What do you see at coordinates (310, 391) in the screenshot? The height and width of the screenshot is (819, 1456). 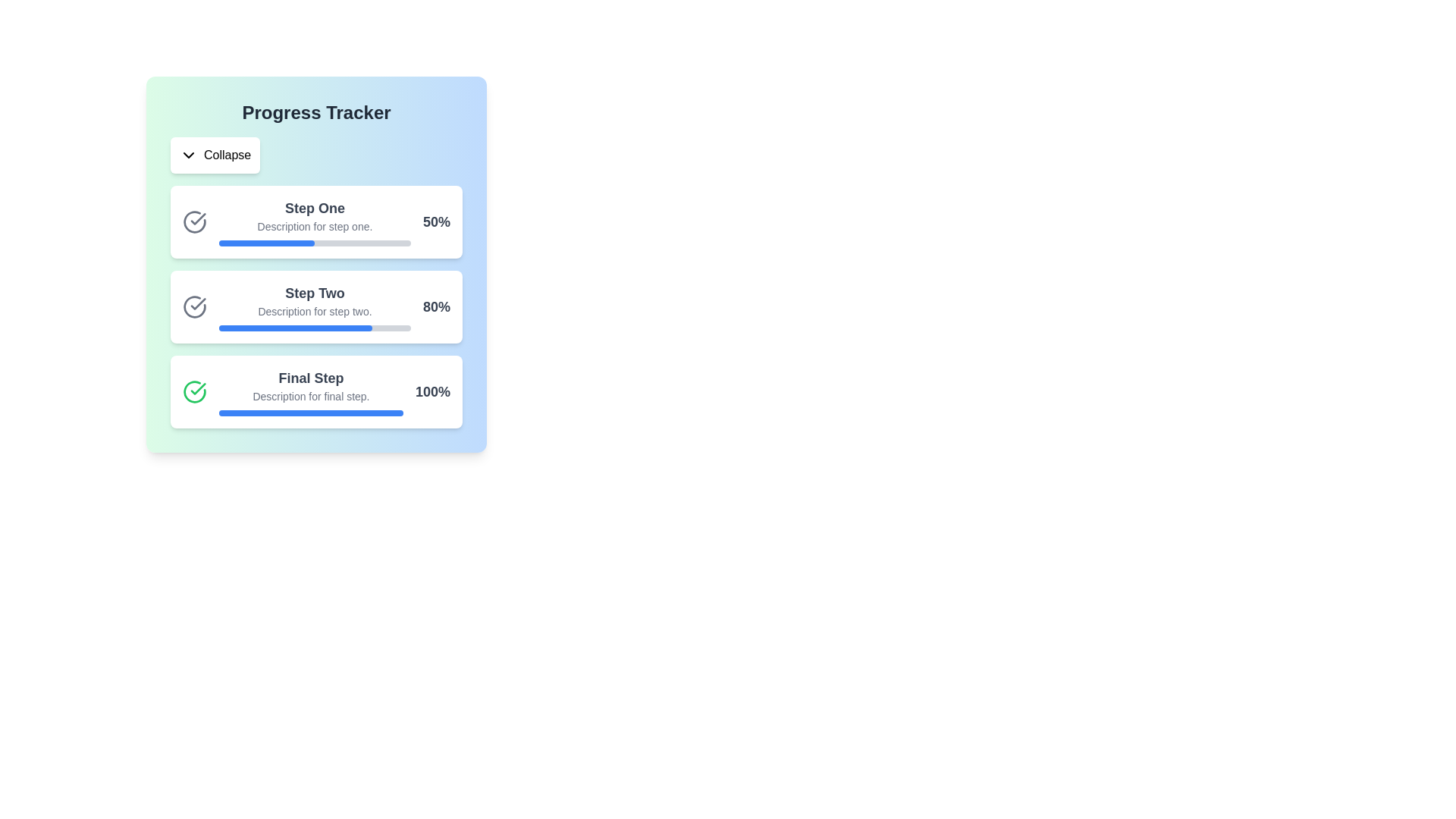 I see `the Text block that provides a title and description for the final step in the progress tracker, located below 'Step Two'` at bounding box center [310, 391].